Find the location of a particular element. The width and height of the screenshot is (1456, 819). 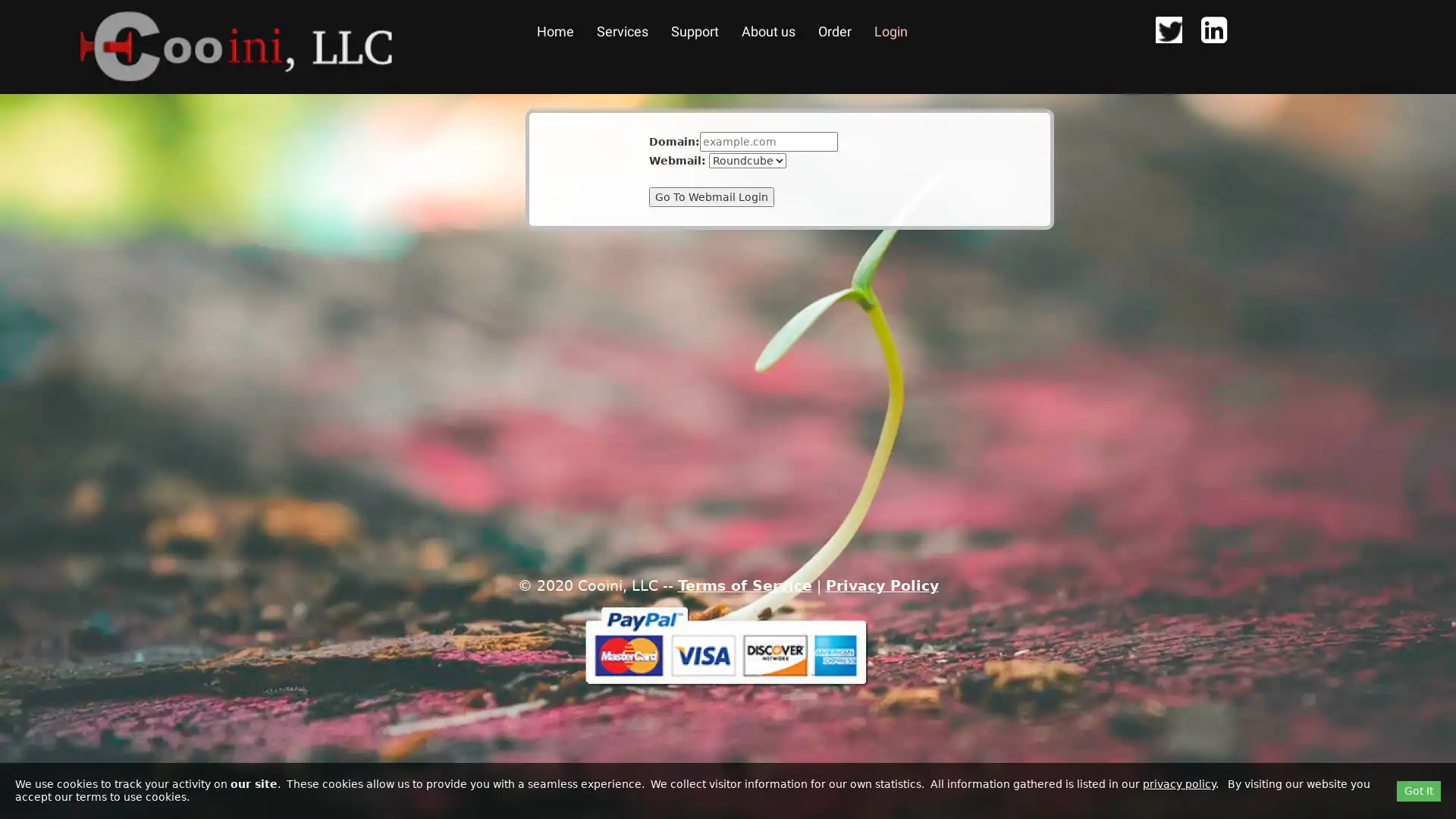

Got It is located at coordinates (1418, 789).